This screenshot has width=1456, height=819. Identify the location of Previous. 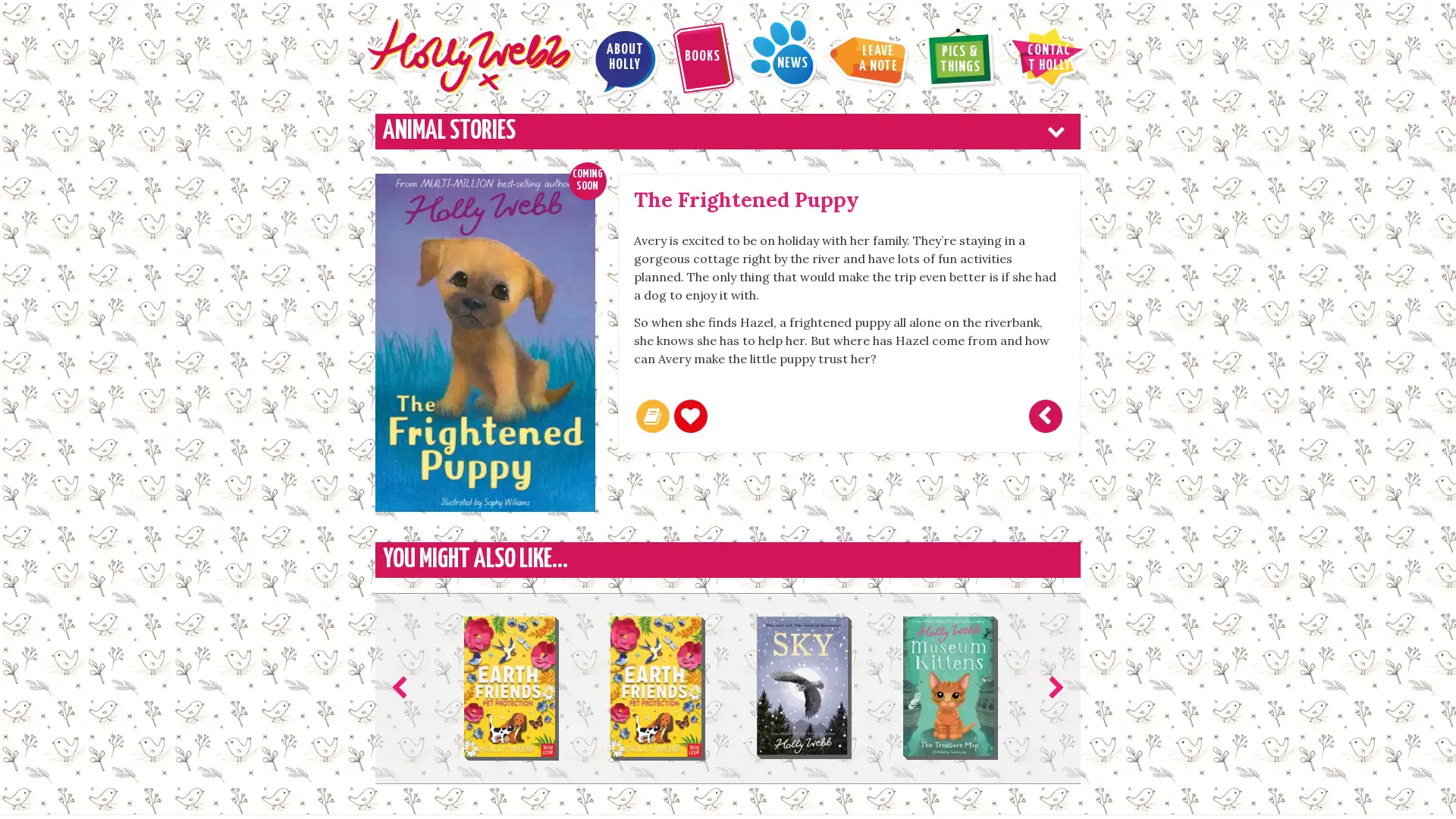
(403, 687).